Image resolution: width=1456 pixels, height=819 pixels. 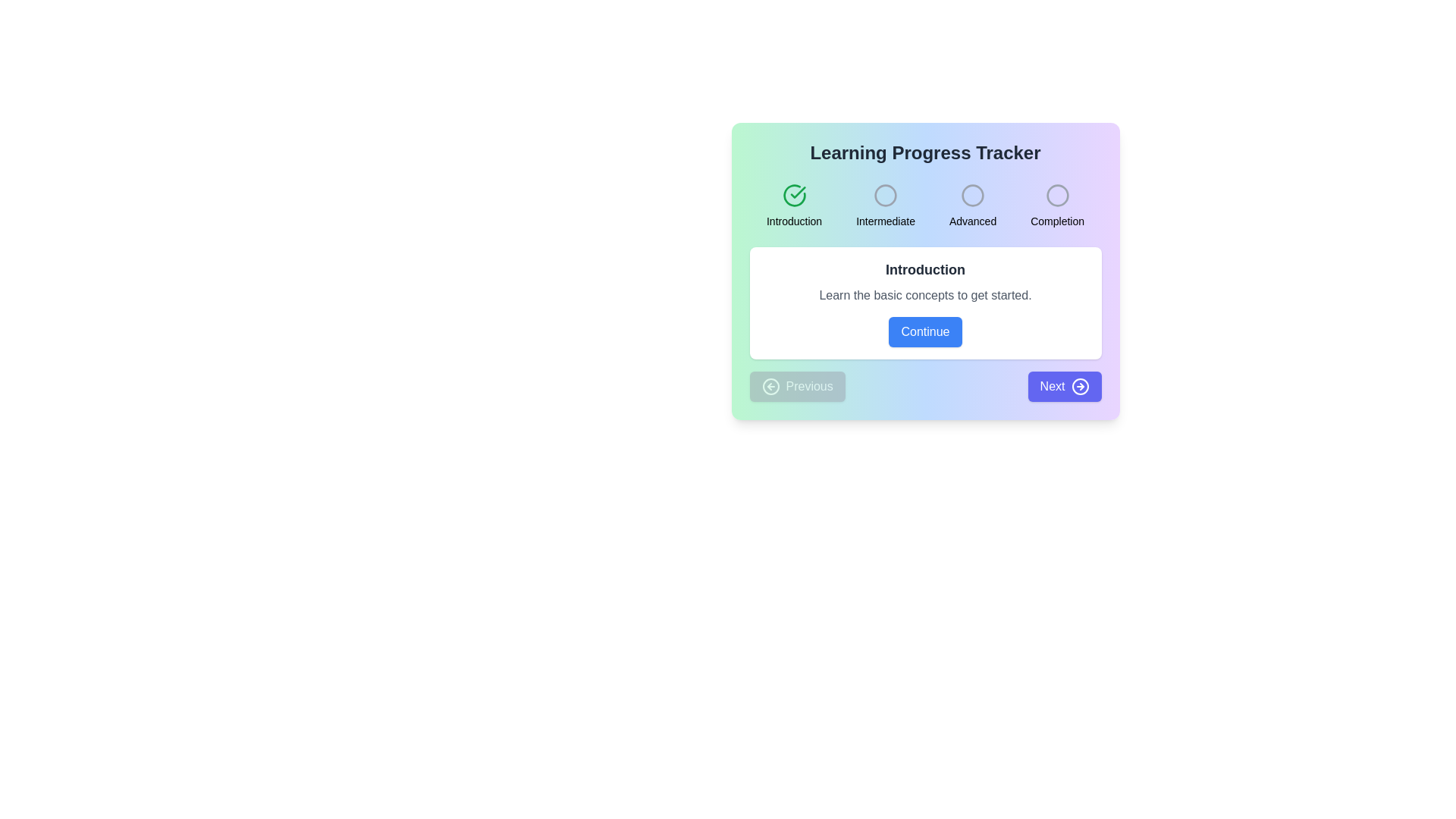 What do you see at coordinates (973, 206) in the screenshot?
I see `the 'Advanced' progress indicator step, which features a circular icon with a gray border and the label 'Advanced' below it, located in the upper center portion of the interface` at bounding box center [973, 206].